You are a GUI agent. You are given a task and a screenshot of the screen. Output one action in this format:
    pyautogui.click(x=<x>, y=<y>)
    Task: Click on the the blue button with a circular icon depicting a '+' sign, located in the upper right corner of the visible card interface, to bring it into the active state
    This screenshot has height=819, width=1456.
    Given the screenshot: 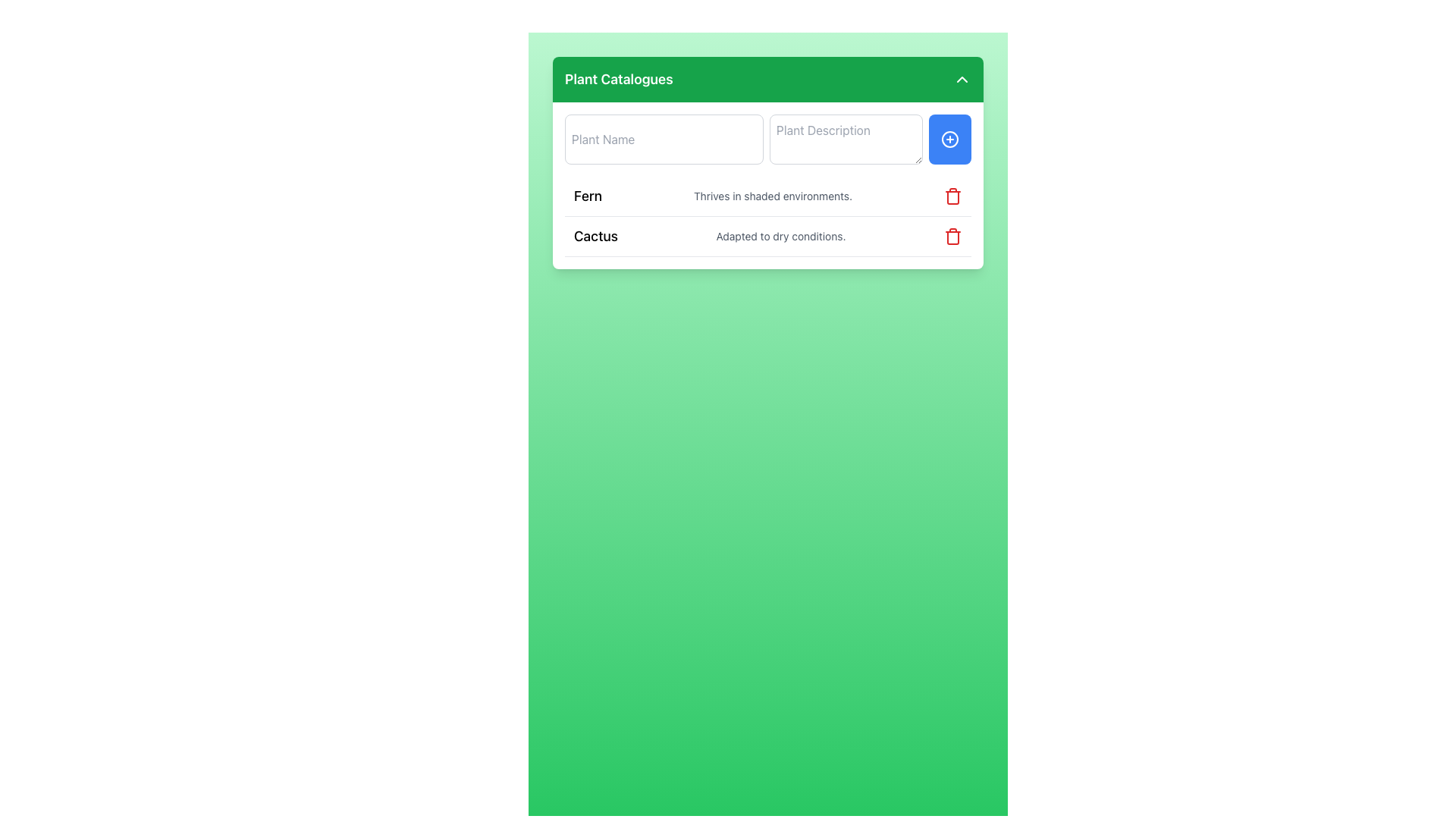 What is the action you would take?
    pyautogui.click(x=949, y=140)
    